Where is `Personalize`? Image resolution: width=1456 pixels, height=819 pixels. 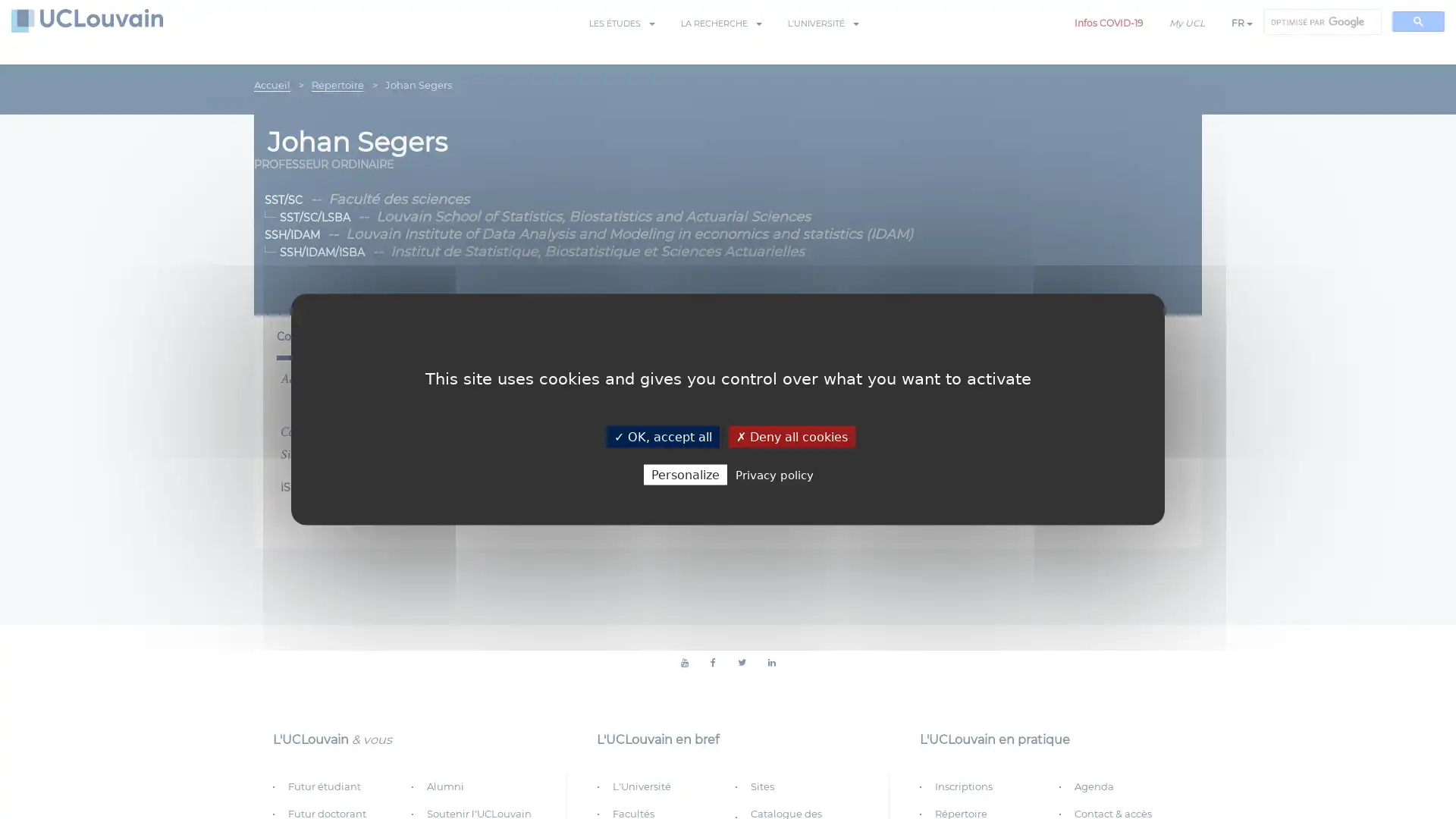 Personalize is located at coordinates (683, 473).